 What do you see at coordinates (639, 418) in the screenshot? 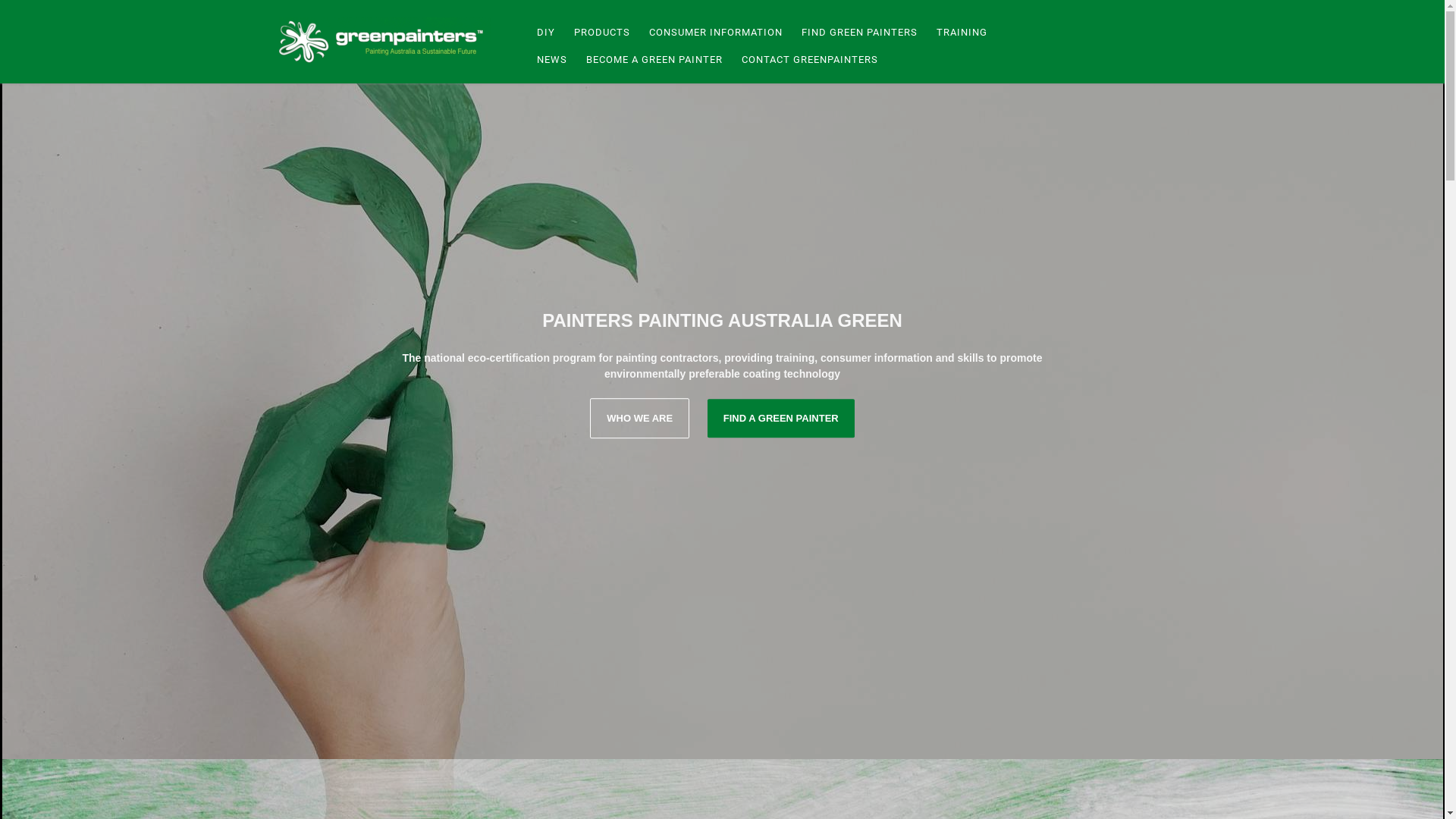
I see `'WHO WE ARE'` at bounding box center [639, 418].